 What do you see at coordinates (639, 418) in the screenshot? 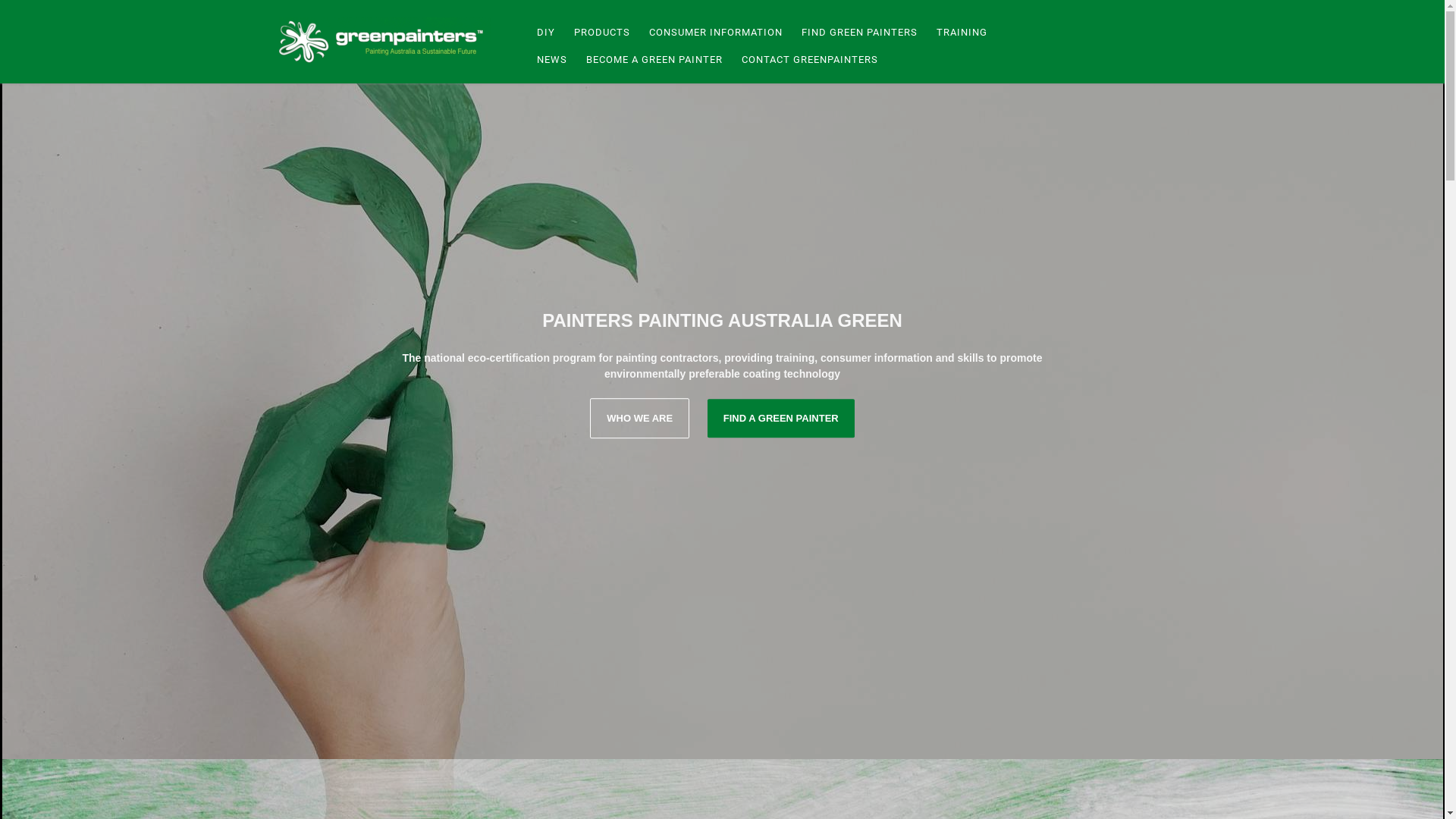
I see `'WHO WE ARE'` at bounding box center [639, 418].